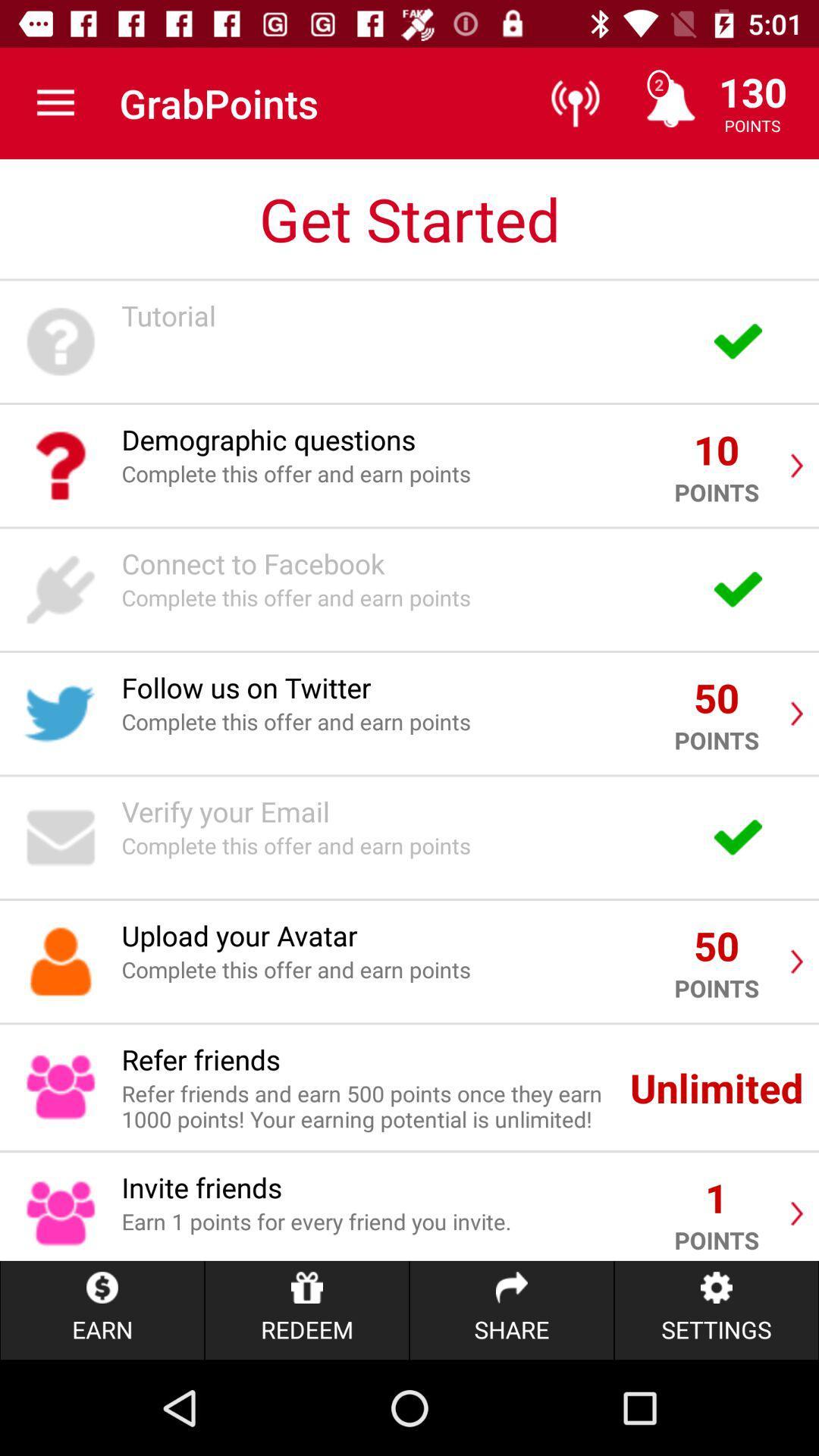 The width and height of the screenshot is (819, 1456). What do you see at coordinates (512, 1310) in the screenshot?
I see `the share` at bounding box center [512, 1310].